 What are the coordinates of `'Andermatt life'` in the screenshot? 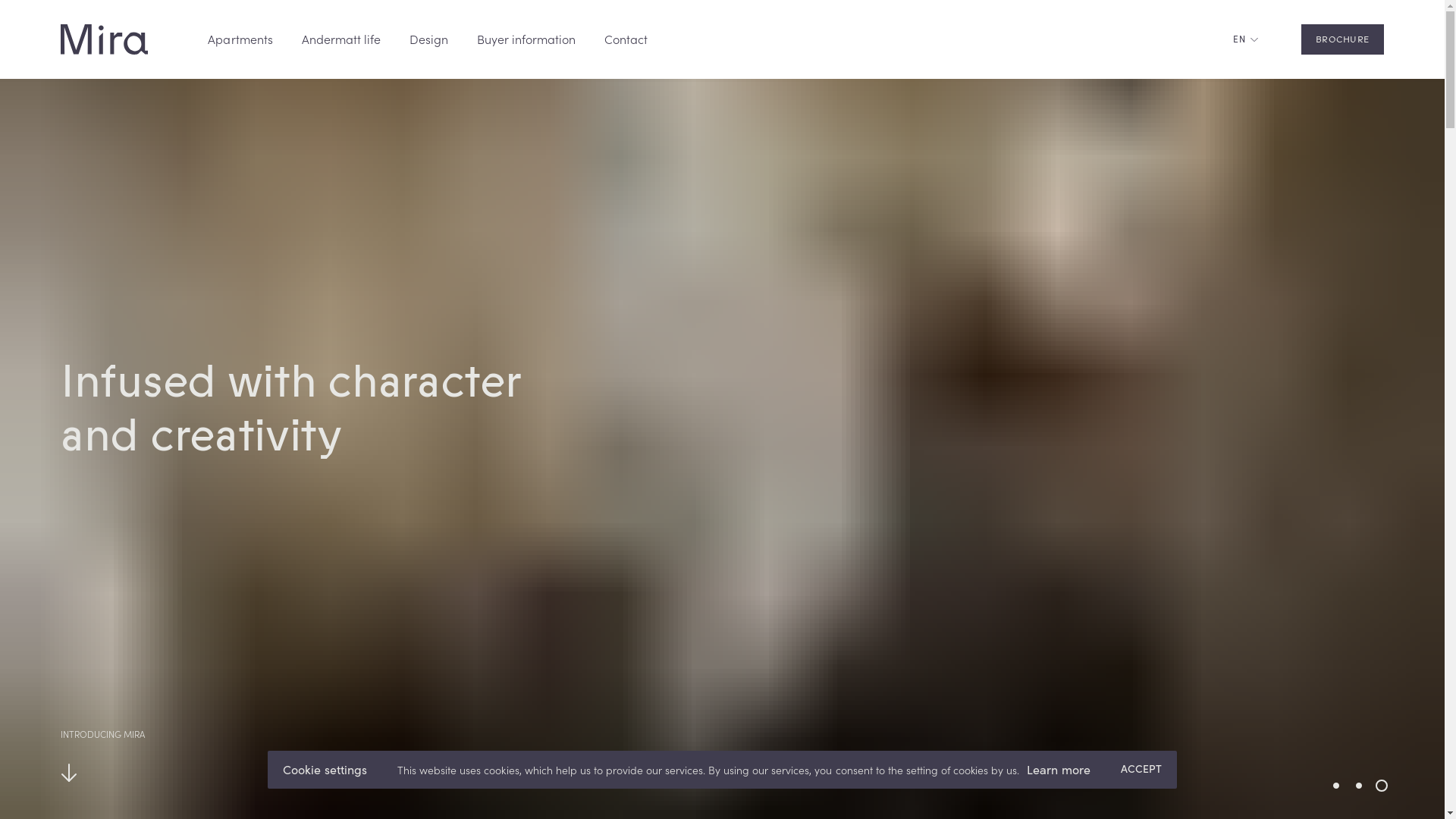 It's located at (302, 38).